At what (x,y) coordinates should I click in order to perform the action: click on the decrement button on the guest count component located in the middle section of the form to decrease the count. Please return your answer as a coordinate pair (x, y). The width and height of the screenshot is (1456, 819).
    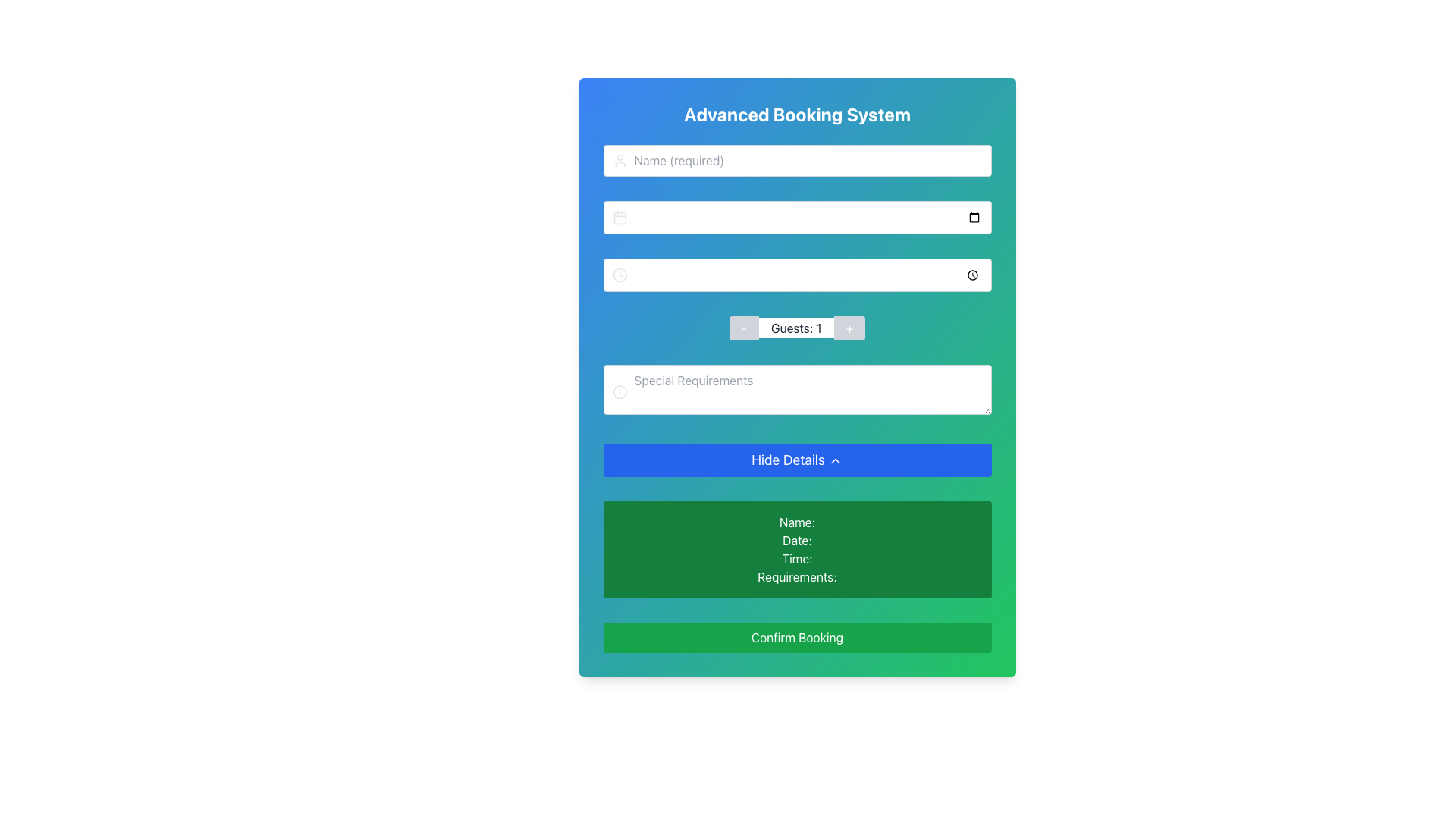
    Looking at the image, I should click on (796, 327).